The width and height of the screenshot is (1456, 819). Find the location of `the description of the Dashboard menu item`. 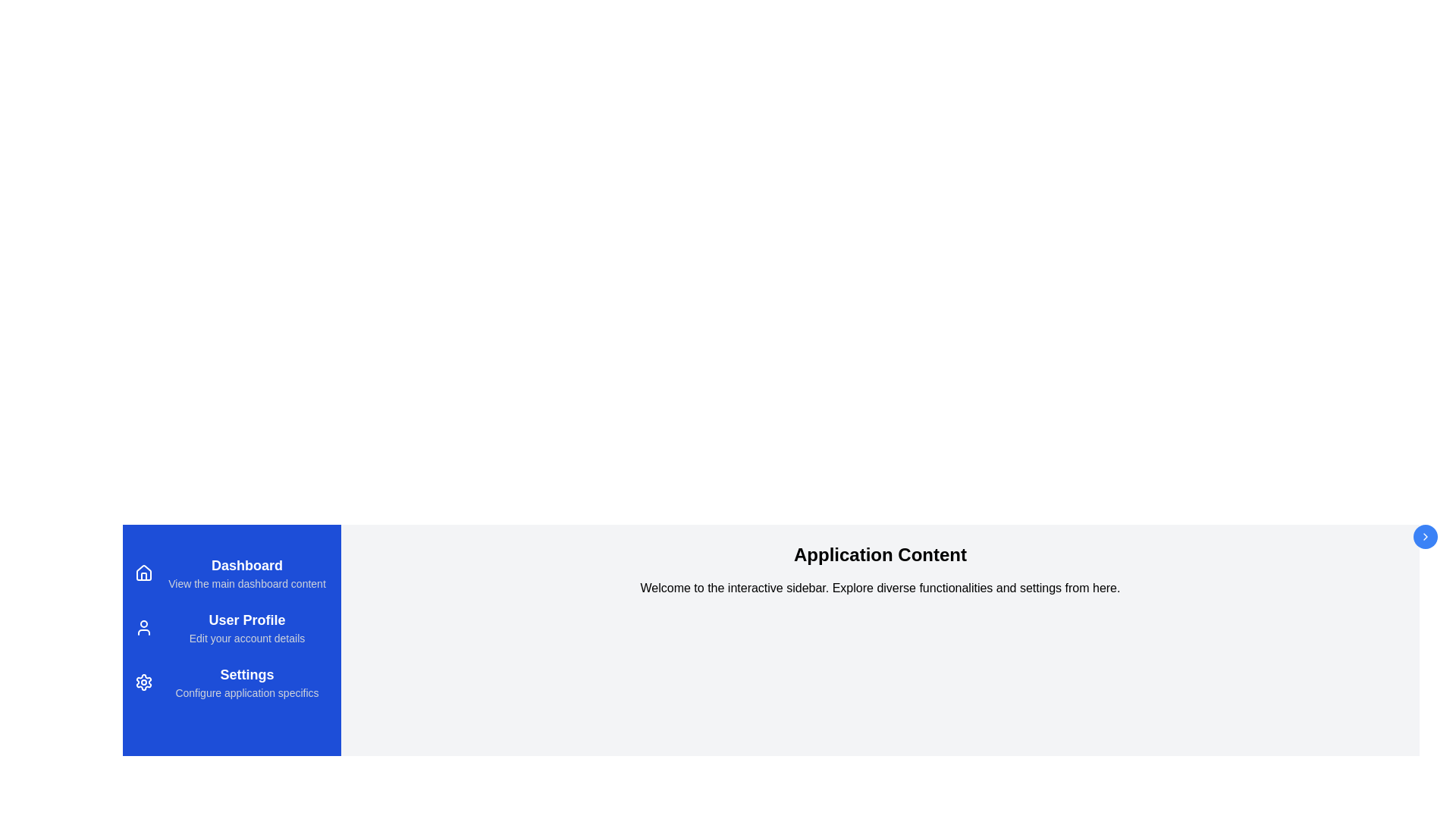

the description of the Dashboard menu item is located at coordinates (247, 565).